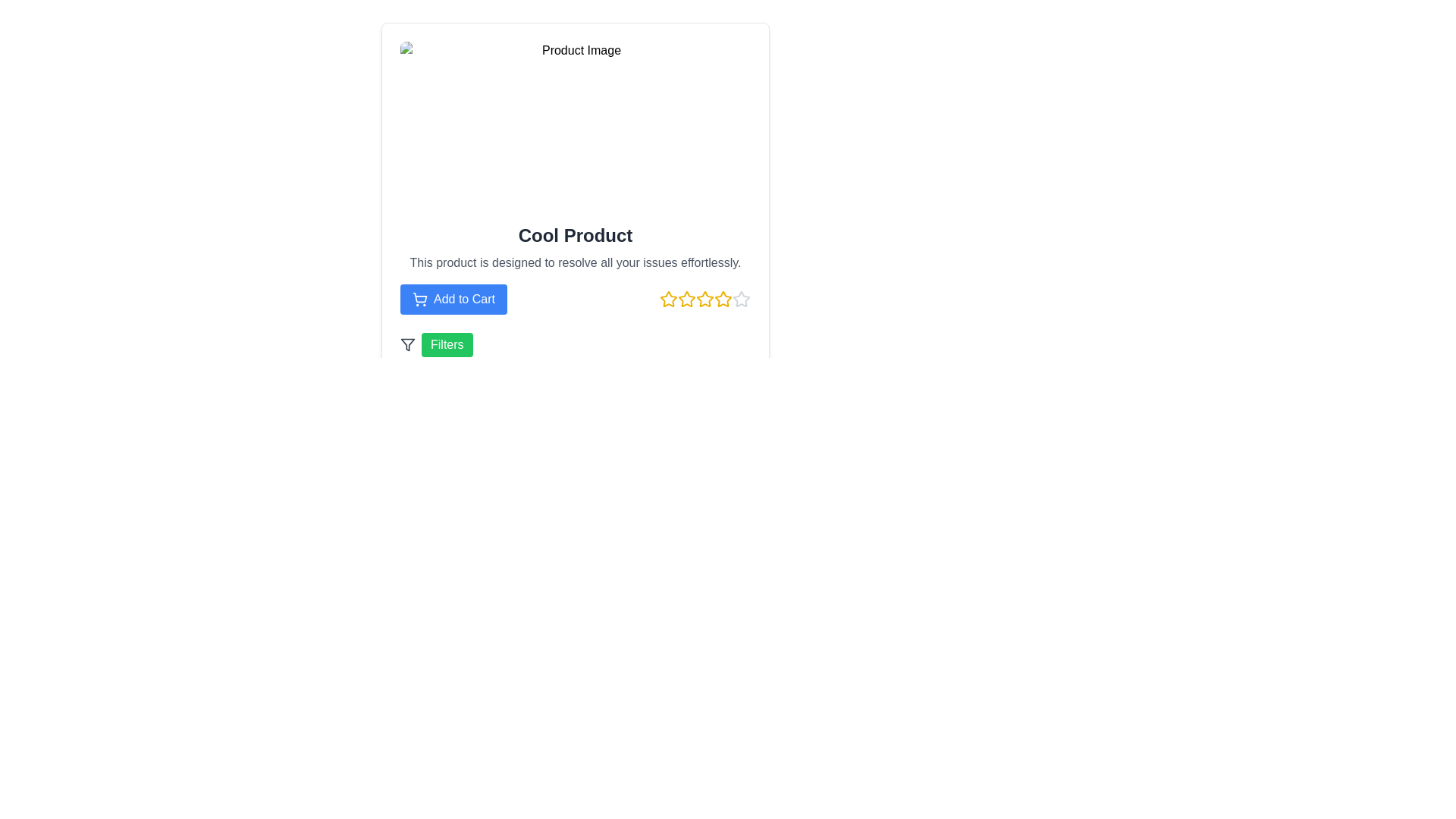 This screenshot has height=819, width=1456. I want to click on the shopping cart SVG icon located to the left of the 'Add to Cart' text in the button under the product description section, so click(419, 299).